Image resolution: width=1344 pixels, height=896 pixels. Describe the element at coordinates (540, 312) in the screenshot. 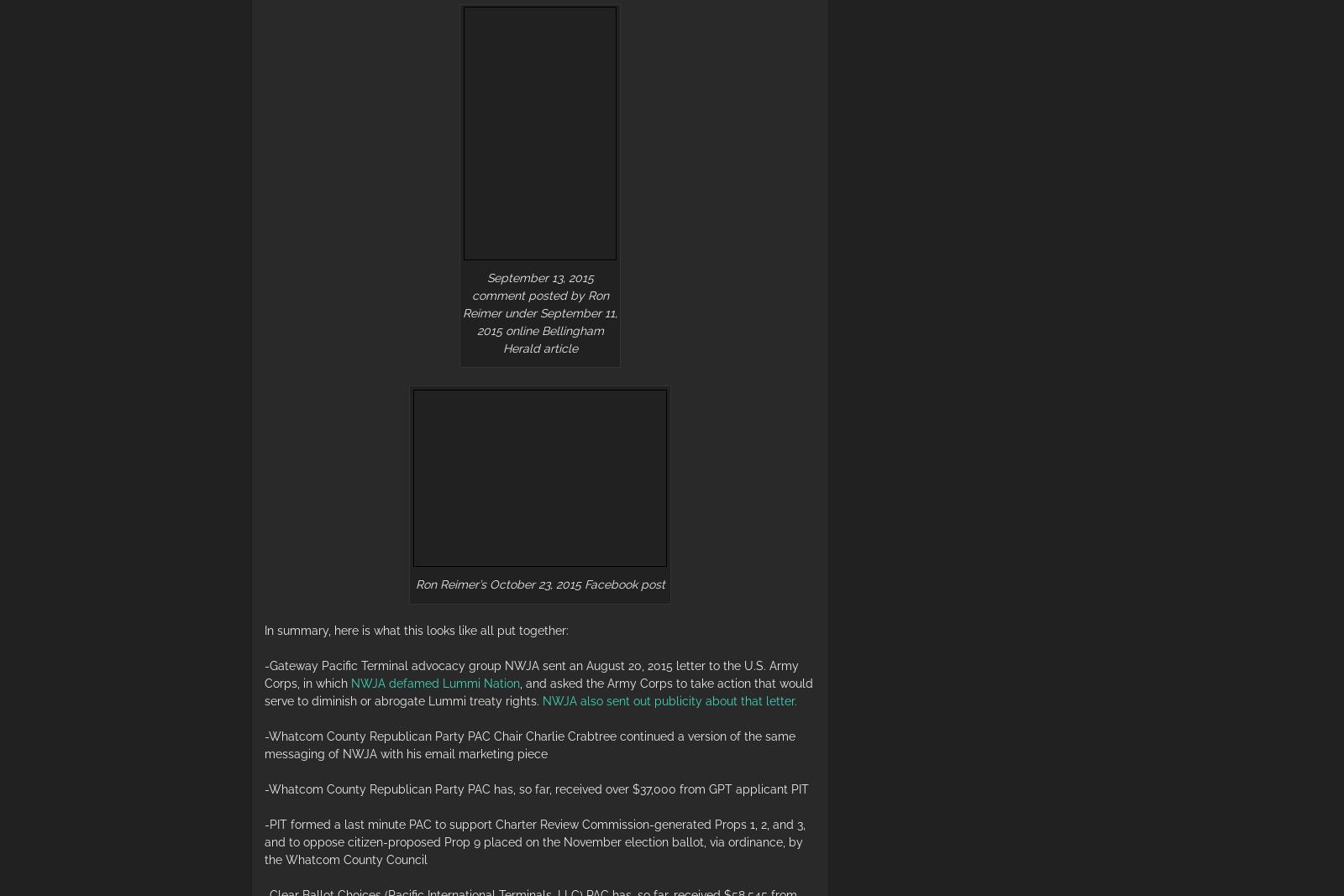

I see `'September 13, 2015 comment posted by Ron Reimer under September 11, 2015 online Bellingham Herald article'` at that location.